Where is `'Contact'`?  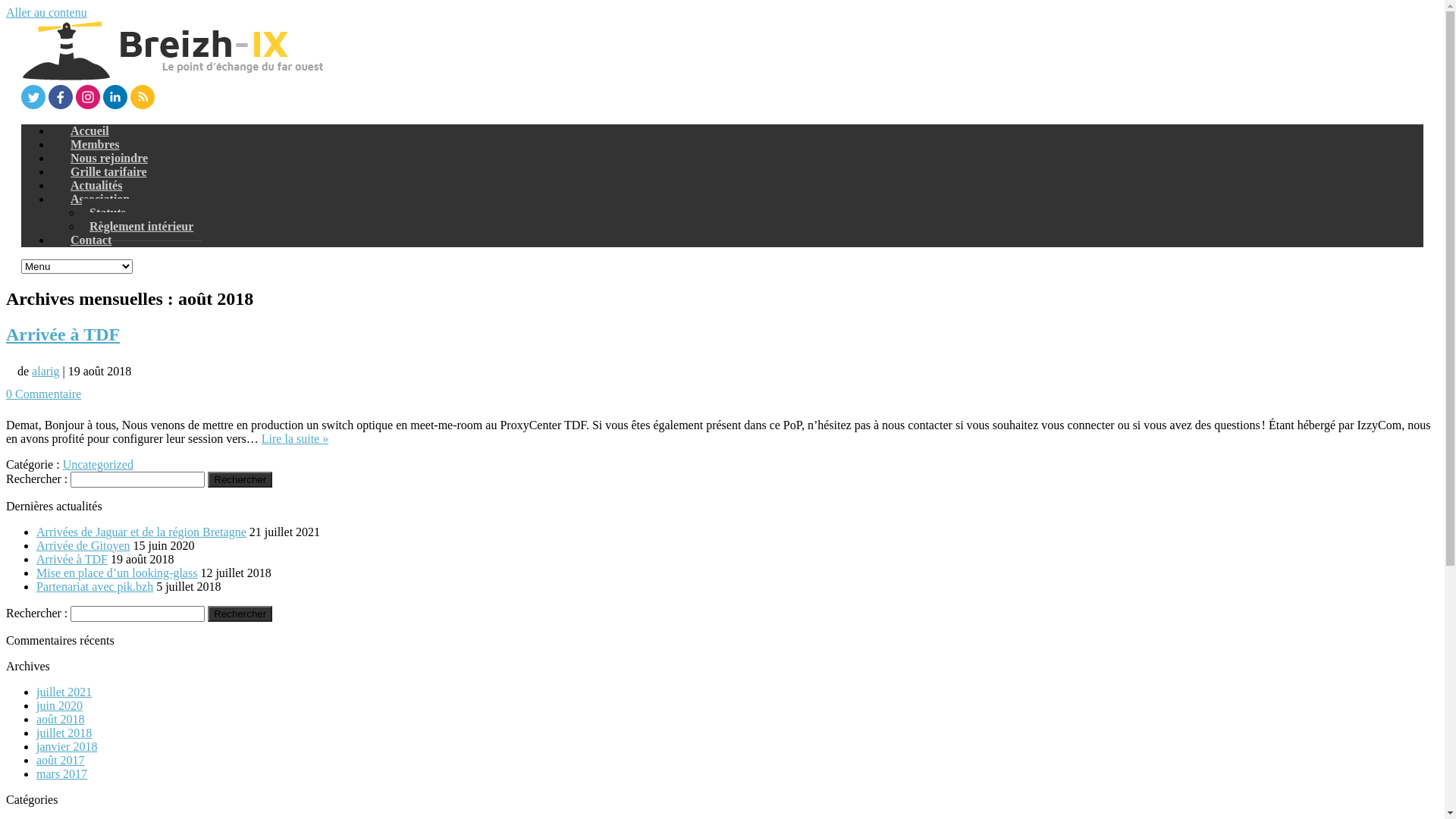
'Contact' is located at coordinates (51, 239).